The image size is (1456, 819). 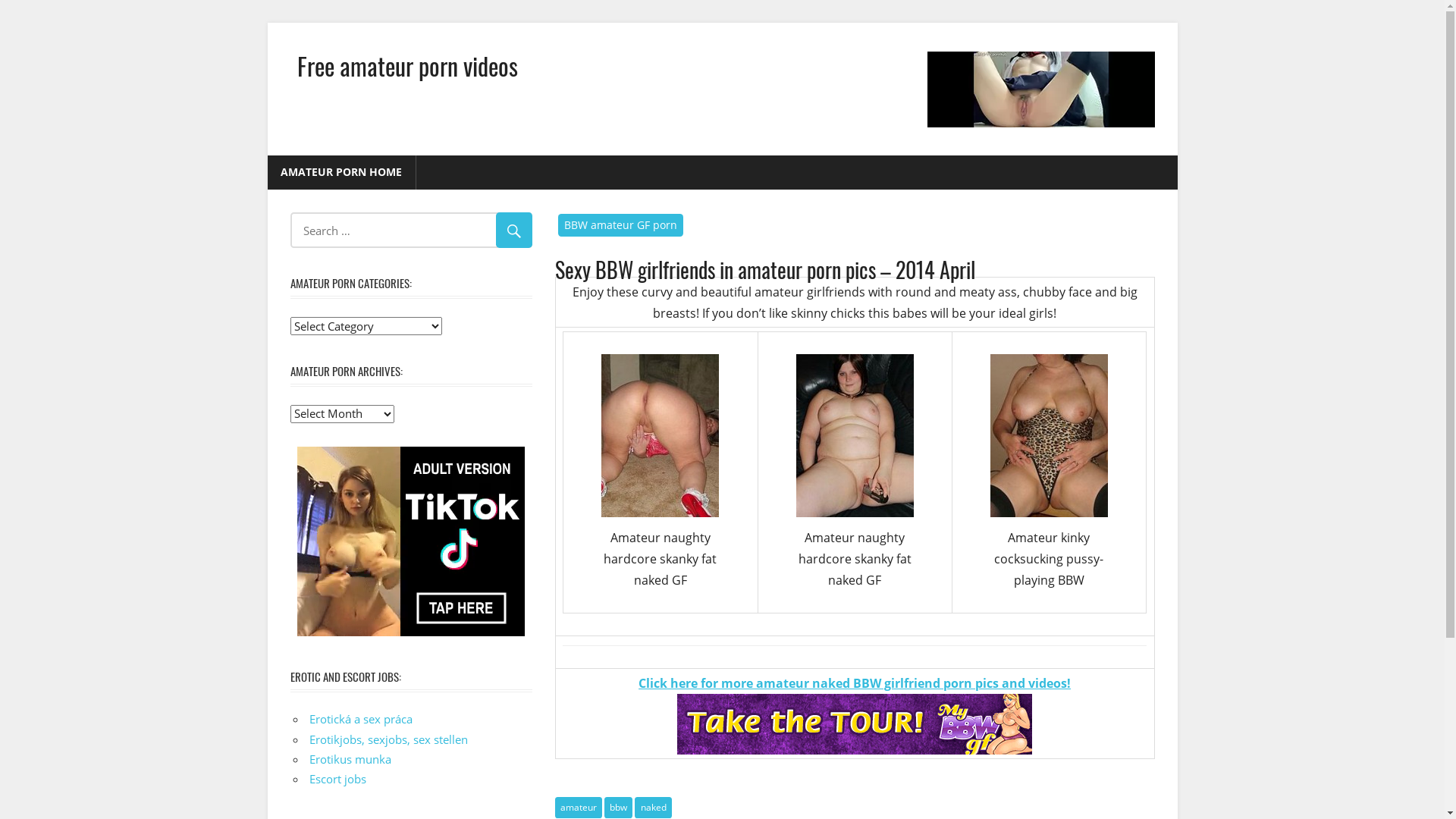 I want to click on 'Erotikus munka', so click(x=349, y=759).